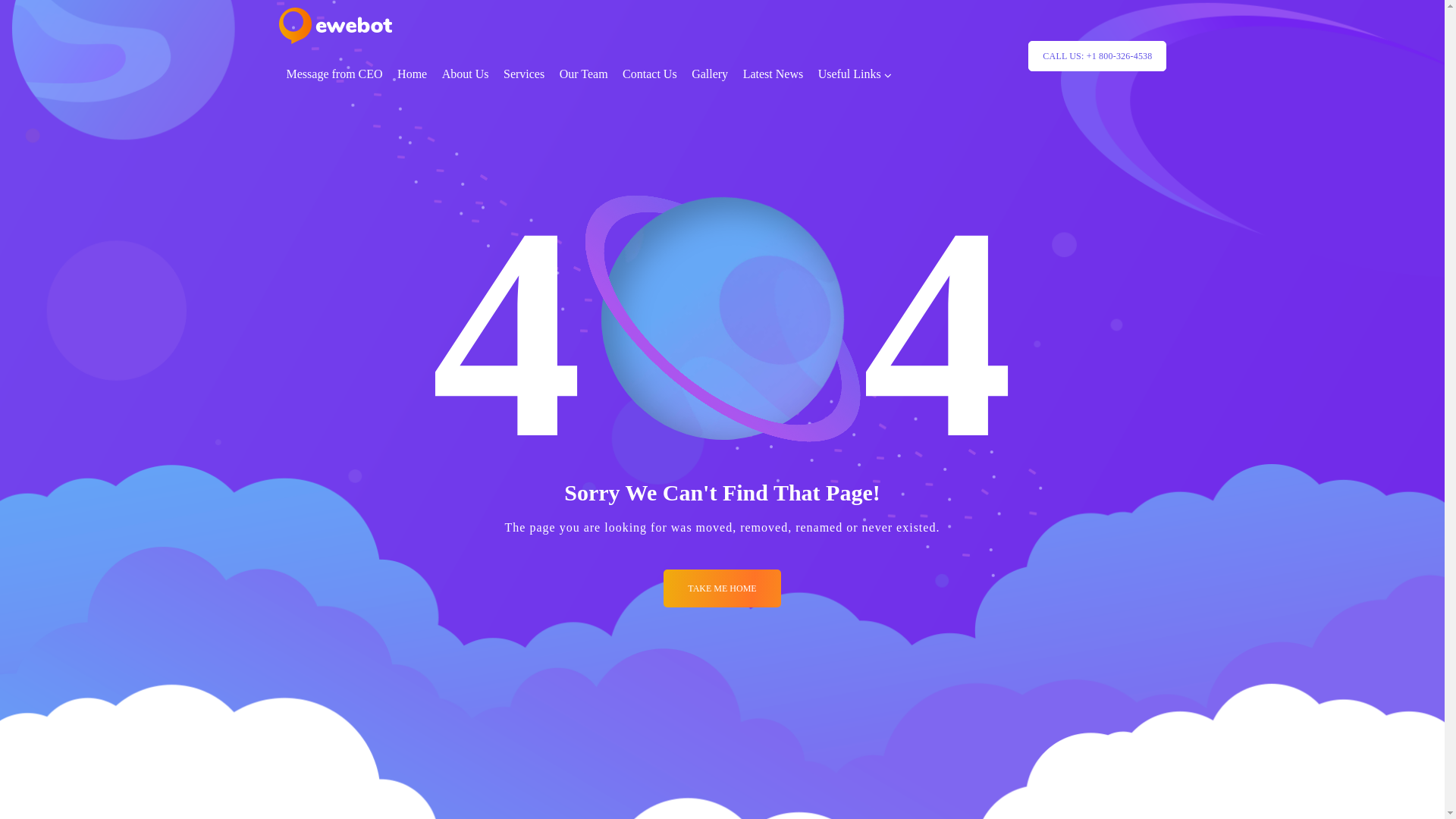 The width and height of the screenshot is (1456, 819). Describe the element at coordinates (773, 74) in the screenshot. I see `'Latest News'` at that location.